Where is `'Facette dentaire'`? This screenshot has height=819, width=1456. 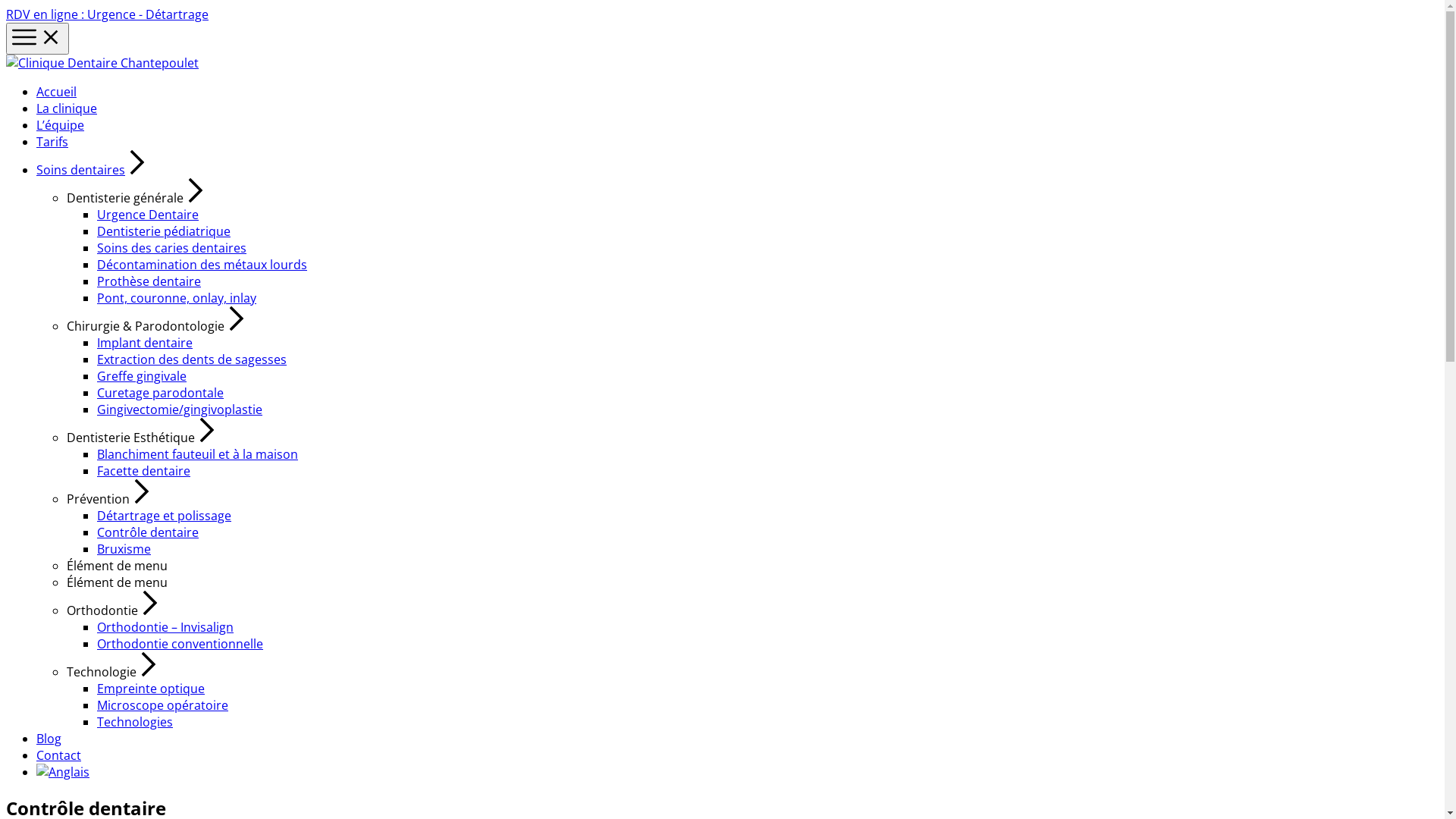
'Facette dentaire' is located at coordinates (143, 470).